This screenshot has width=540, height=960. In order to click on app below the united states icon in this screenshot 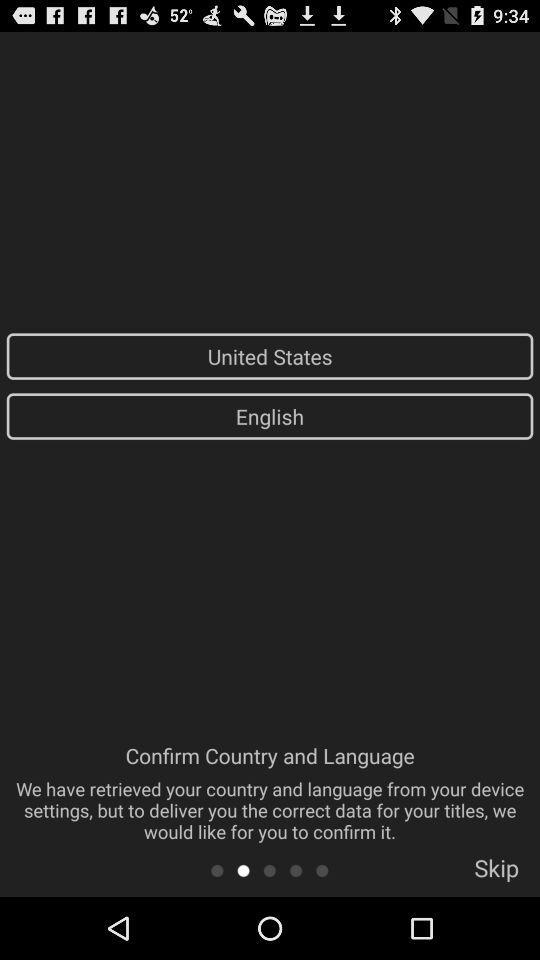, I will do `click(270, 415)`.